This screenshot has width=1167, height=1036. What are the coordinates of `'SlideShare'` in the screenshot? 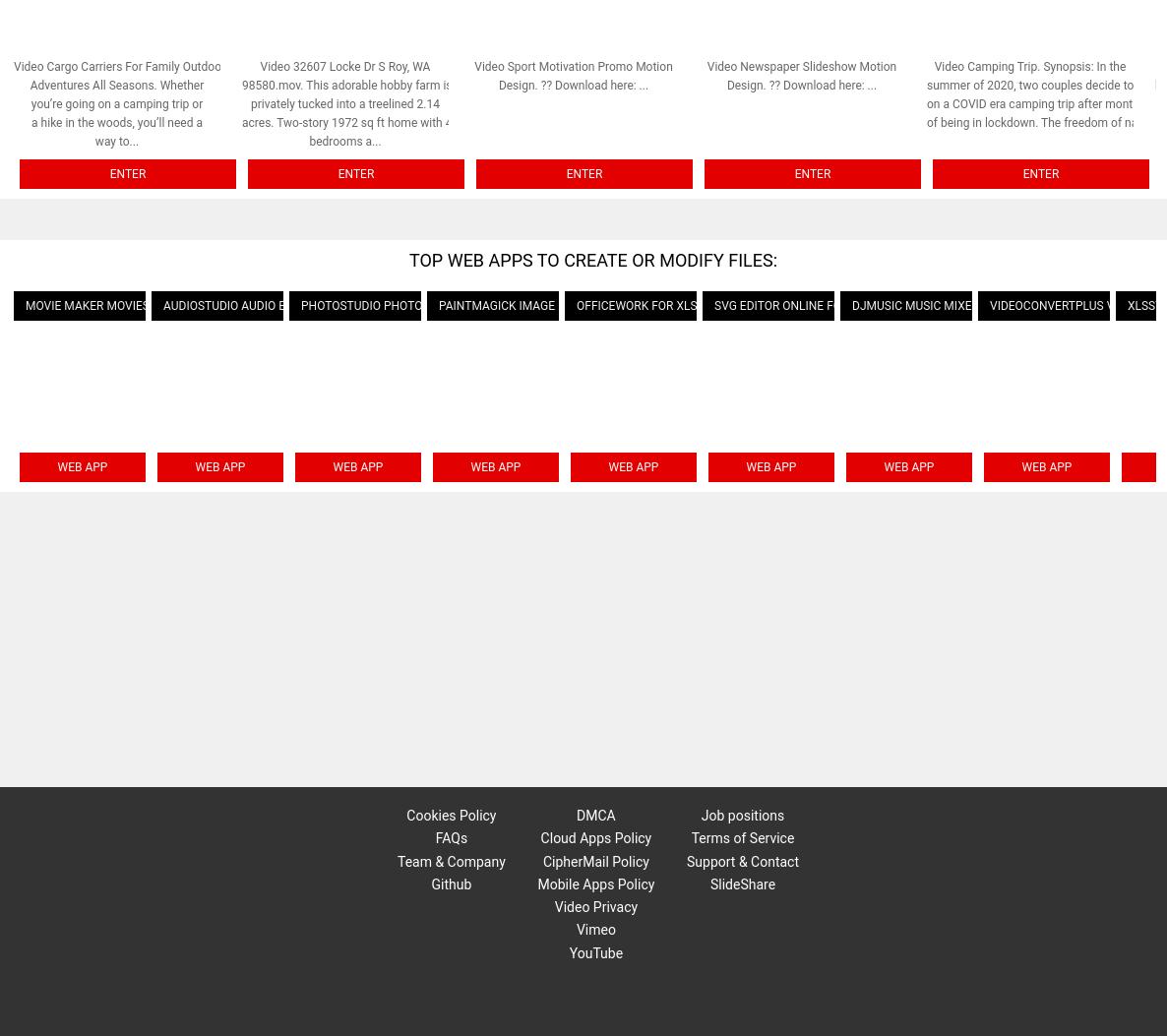 It's located at (741, 883).